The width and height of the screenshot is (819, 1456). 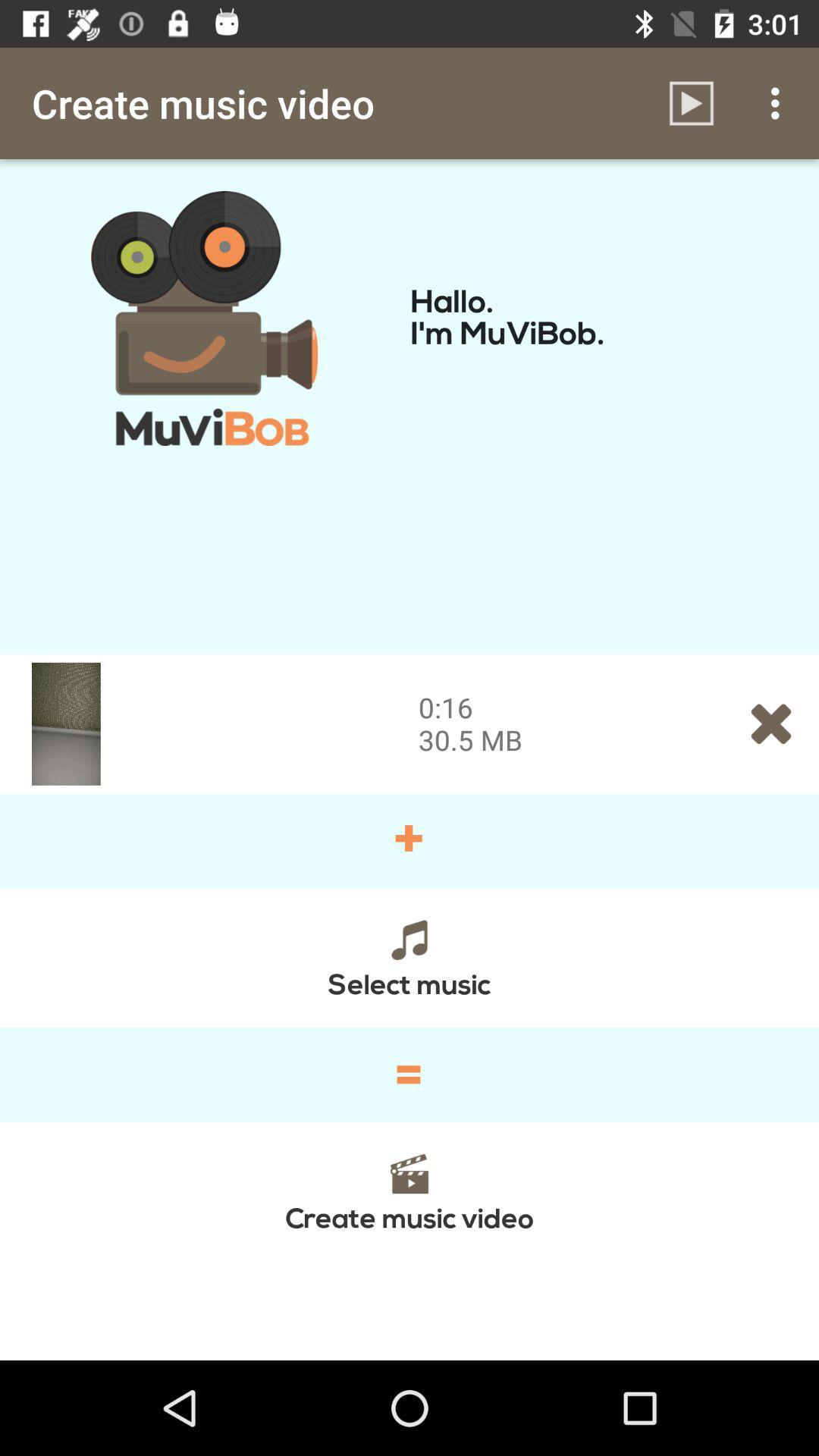 I want to click on icon below the + item, so click(x=409, y=956).